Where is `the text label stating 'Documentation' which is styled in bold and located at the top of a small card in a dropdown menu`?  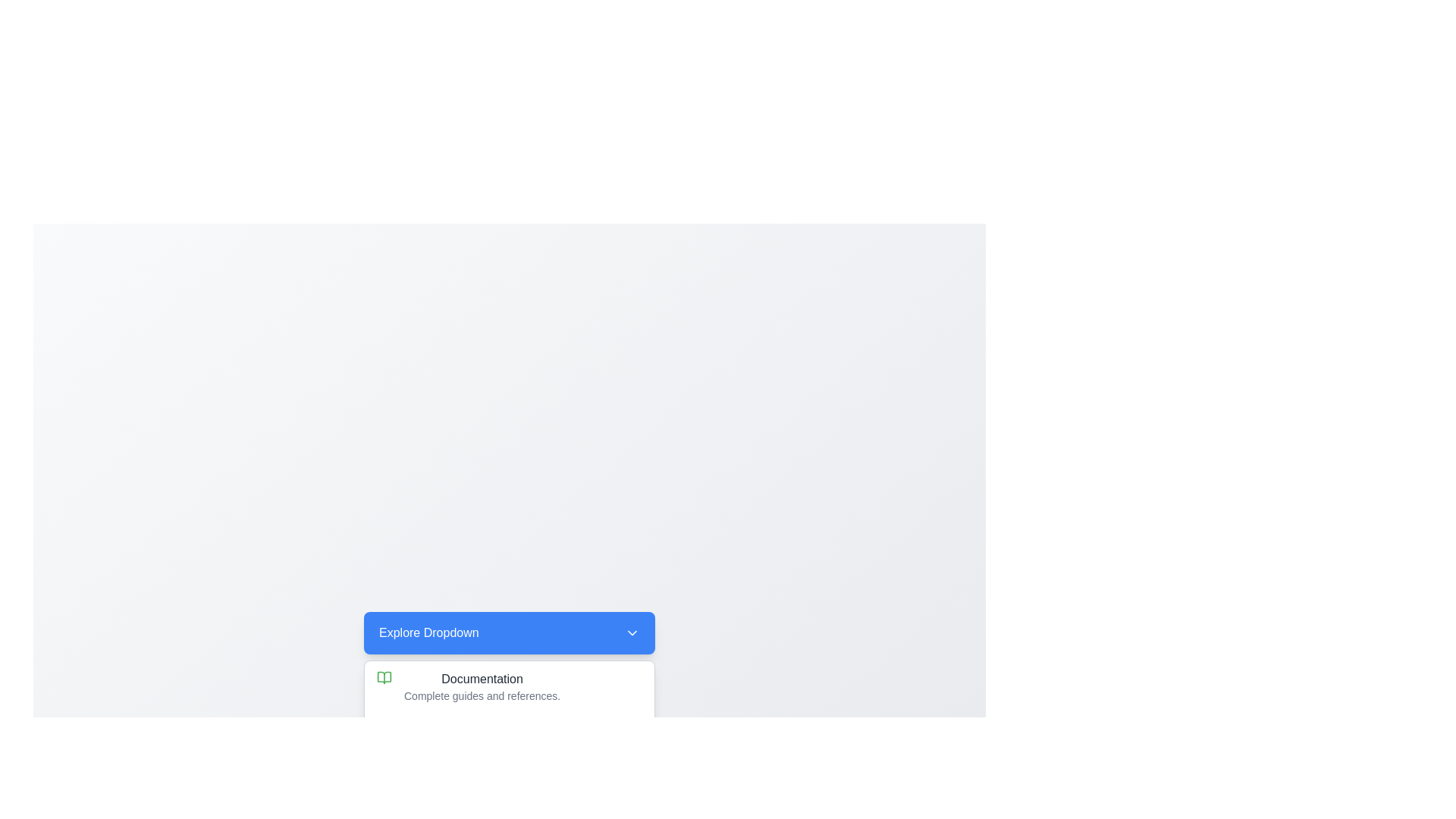 the text label stating 'Documentation' which is styled in bold and located at the top of a small card in a dropdown menu is located at coordinates (482, 678).